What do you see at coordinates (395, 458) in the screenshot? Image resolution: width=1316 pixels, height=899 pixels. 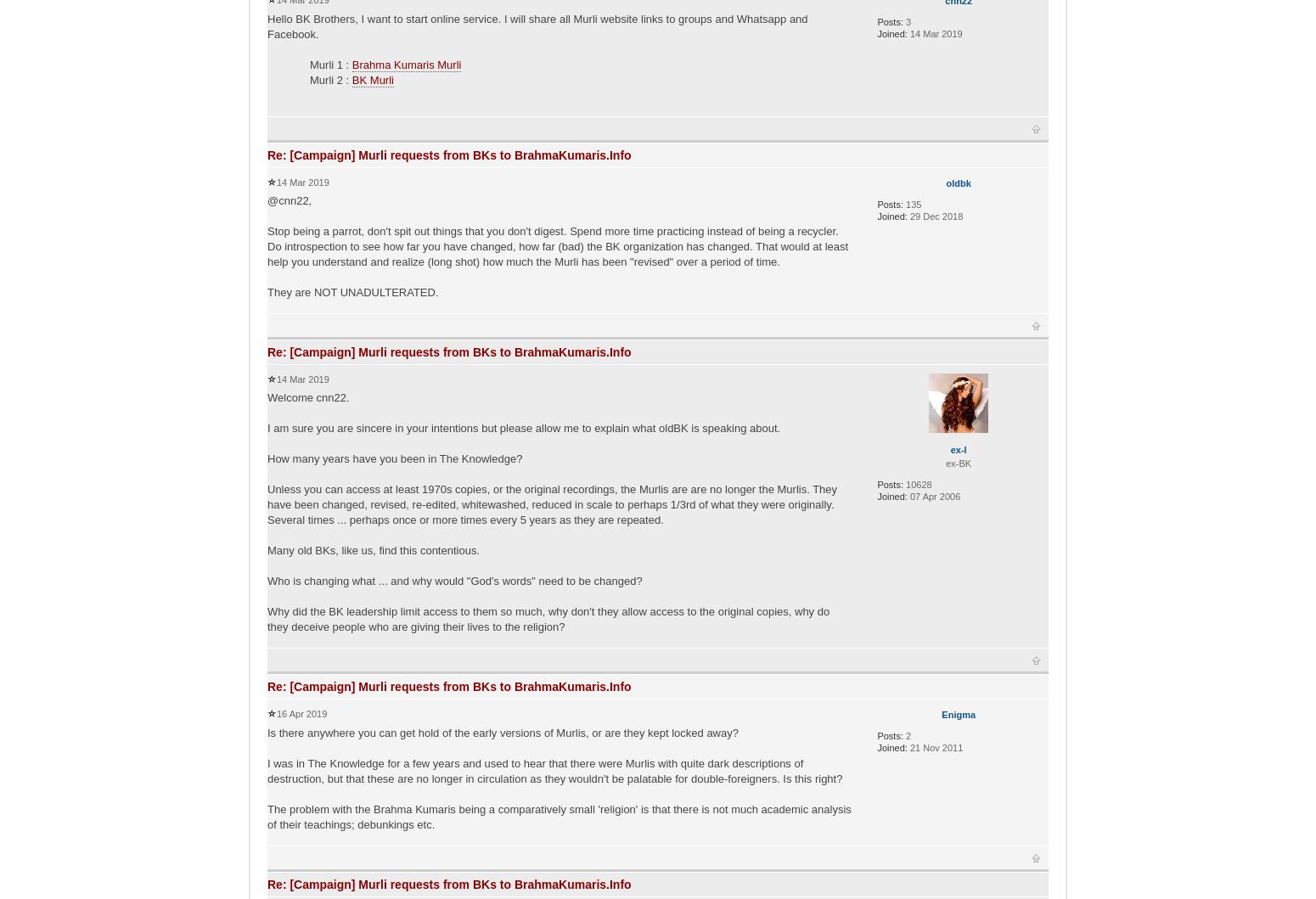 I see `'How many years have you been in The Knowledge?'` at bounding box center [395, 458].